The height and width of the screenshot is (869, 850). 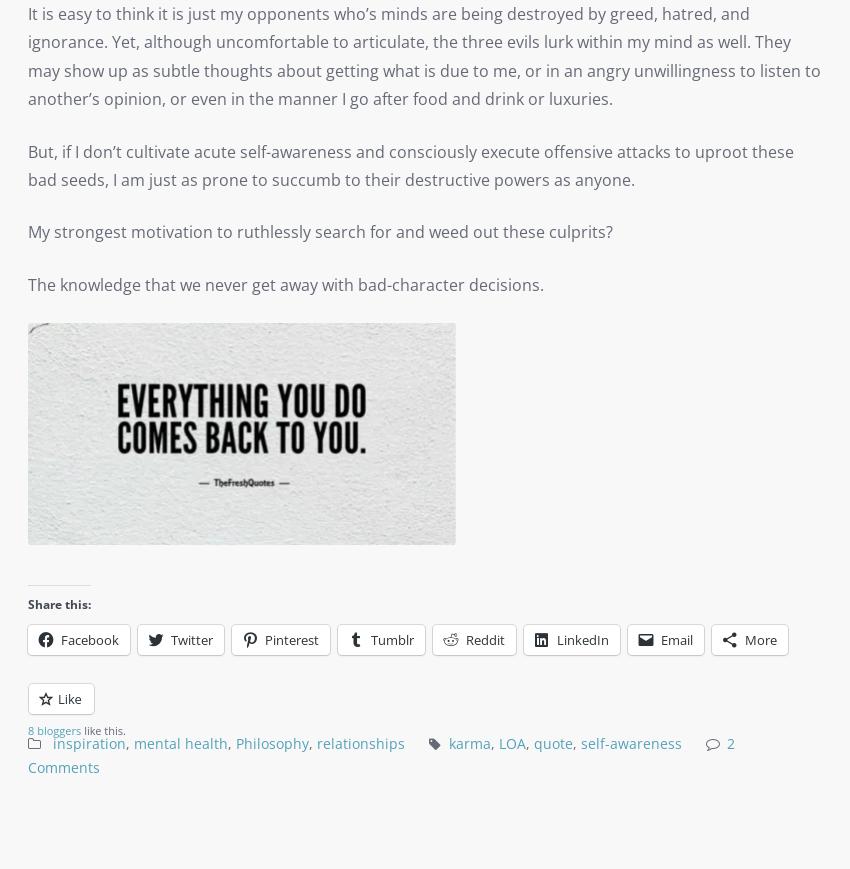 I want to click on 'mental health', so click(x=179, y=742).